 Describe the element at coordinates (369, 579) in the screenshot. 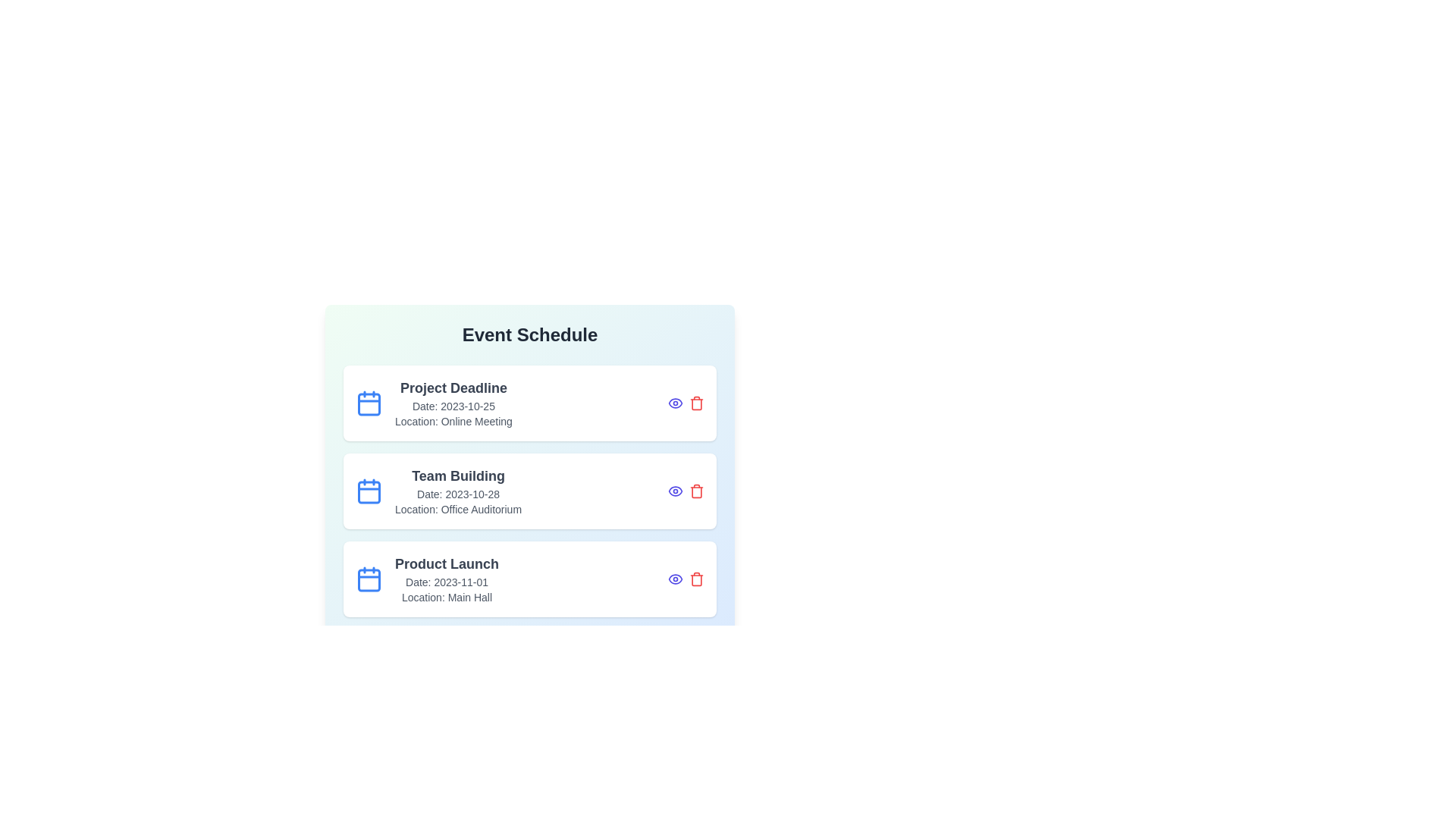

I see `the calendar icon for the event Product Launch` at that location.